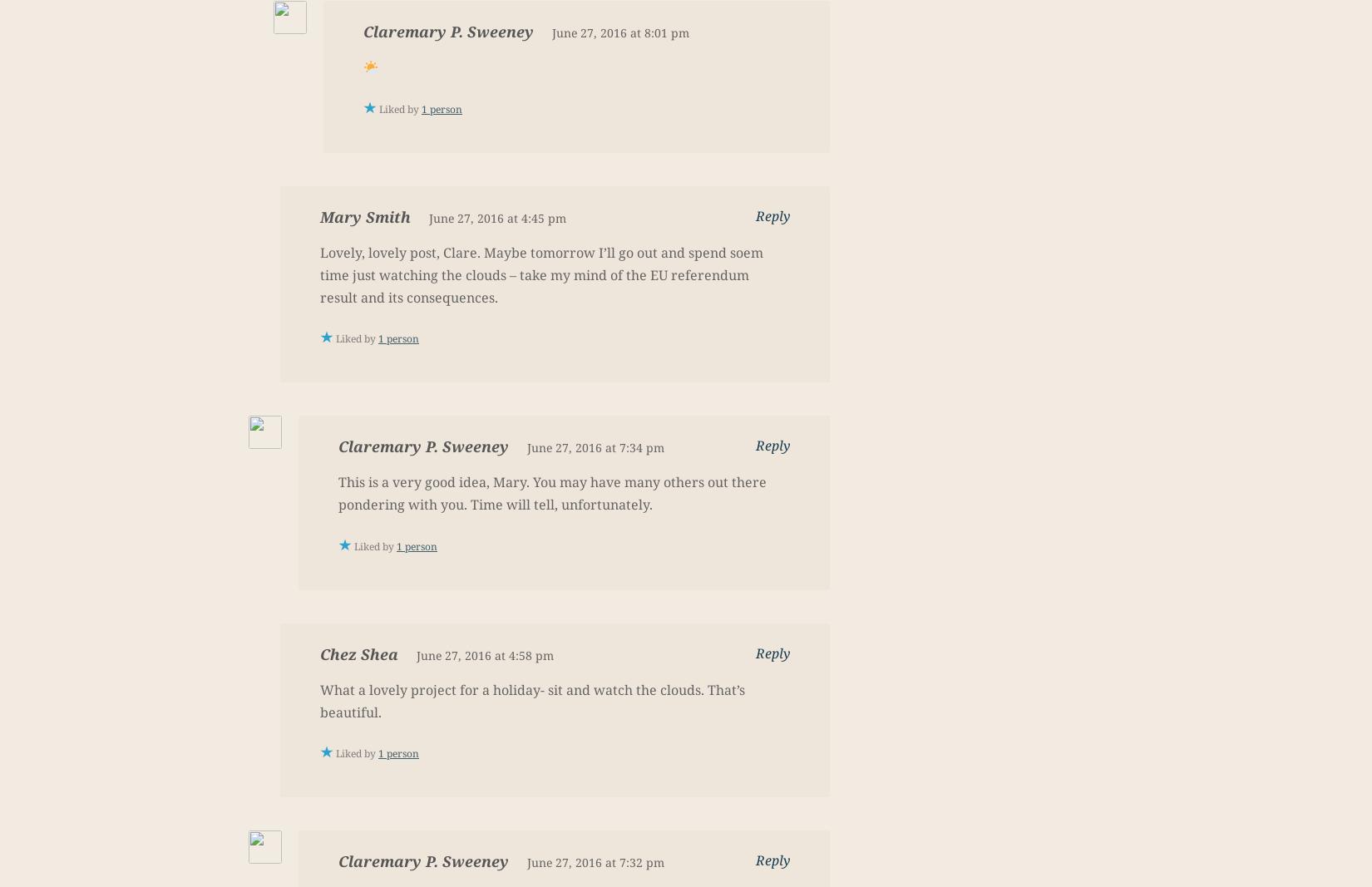 This screenshot has width=1372, height=887. Describe the element at coordinates (531, 699) in the screenshot. I see `'What a lovely project for a holiday- sit and watch the clouds. That’s beautiful.'` at that location.